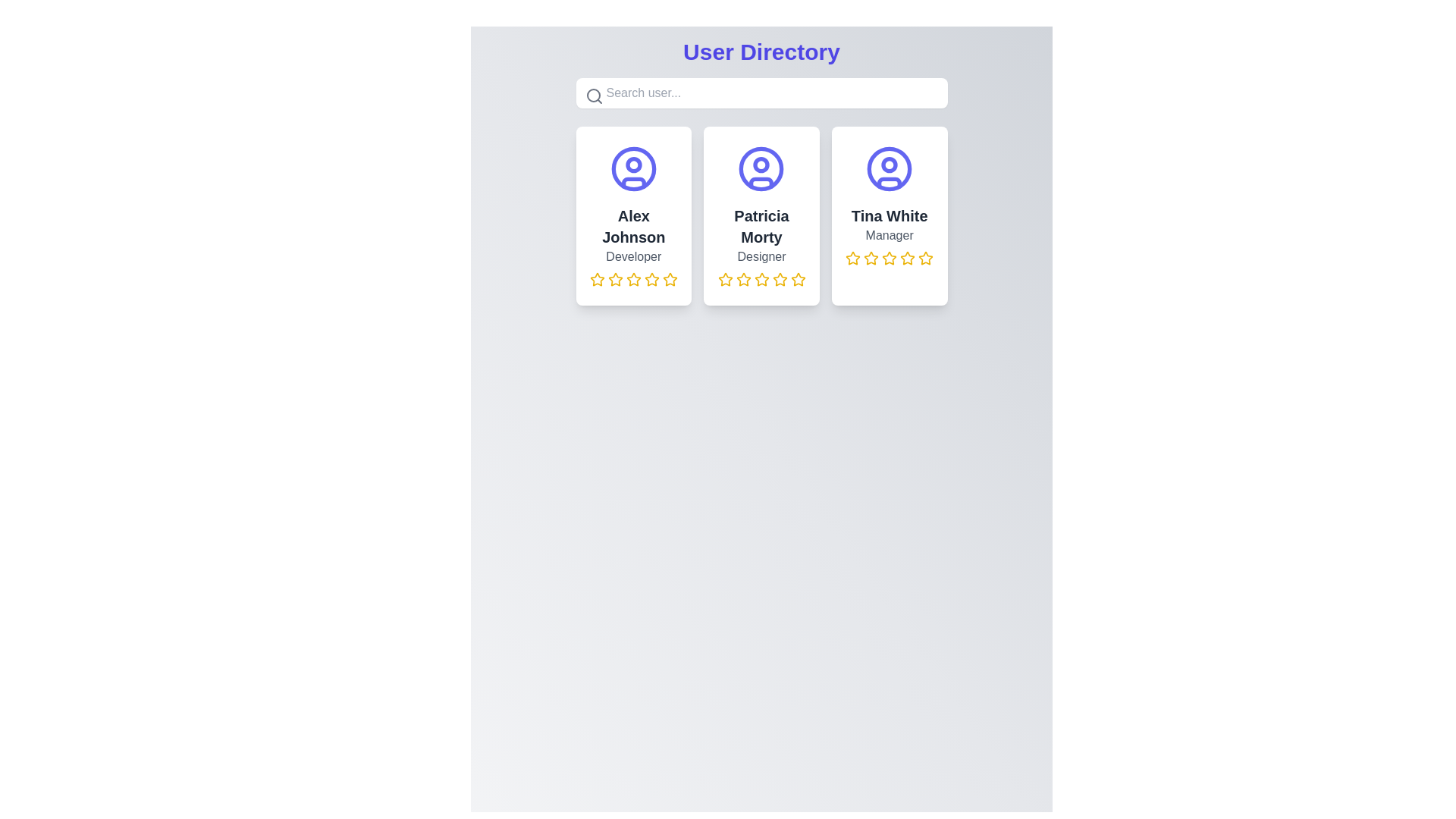 This screenshot has height=819, width=1456. I want to click on the third star icon in the rating component below the user card for Tina White to set a 3-star rating, so click(871, 257).